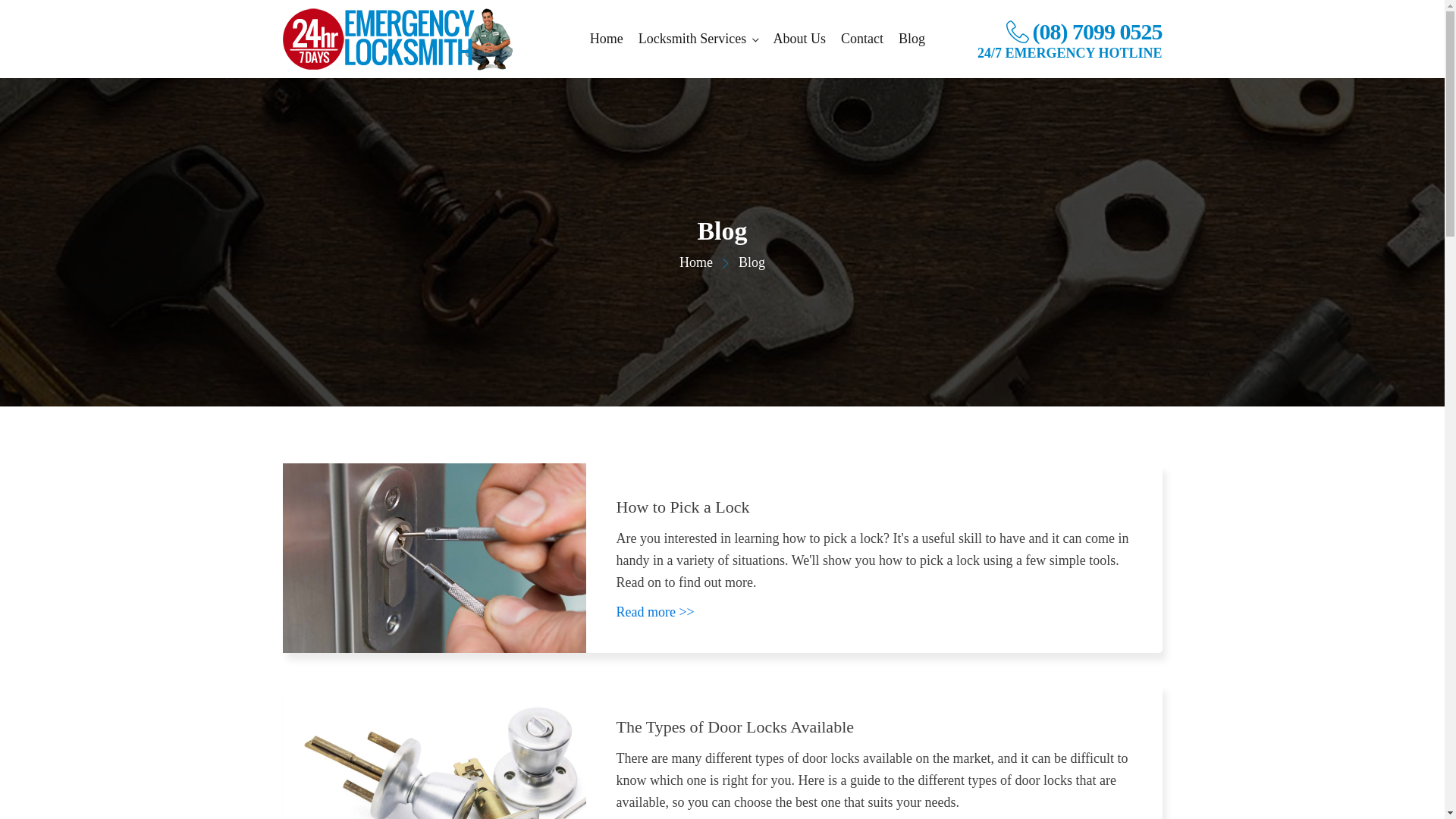 This screenshot has height=819, width=1456. I want to click on 'Contact', so click(862, 38).